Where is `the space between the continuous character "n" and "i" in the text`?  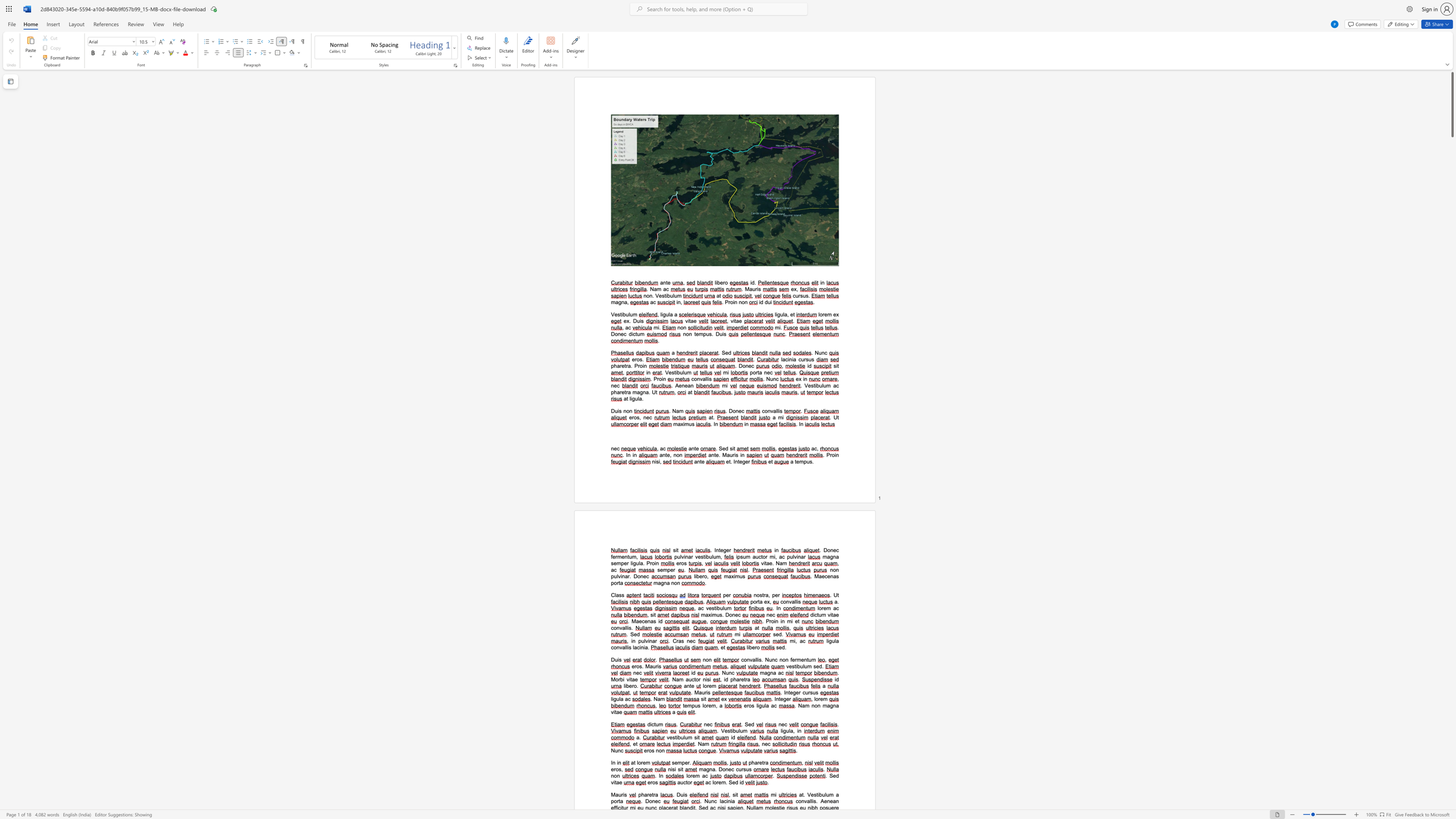 the space between the continuous character "n" and "i" in the text is located at coordinates (704, 679).